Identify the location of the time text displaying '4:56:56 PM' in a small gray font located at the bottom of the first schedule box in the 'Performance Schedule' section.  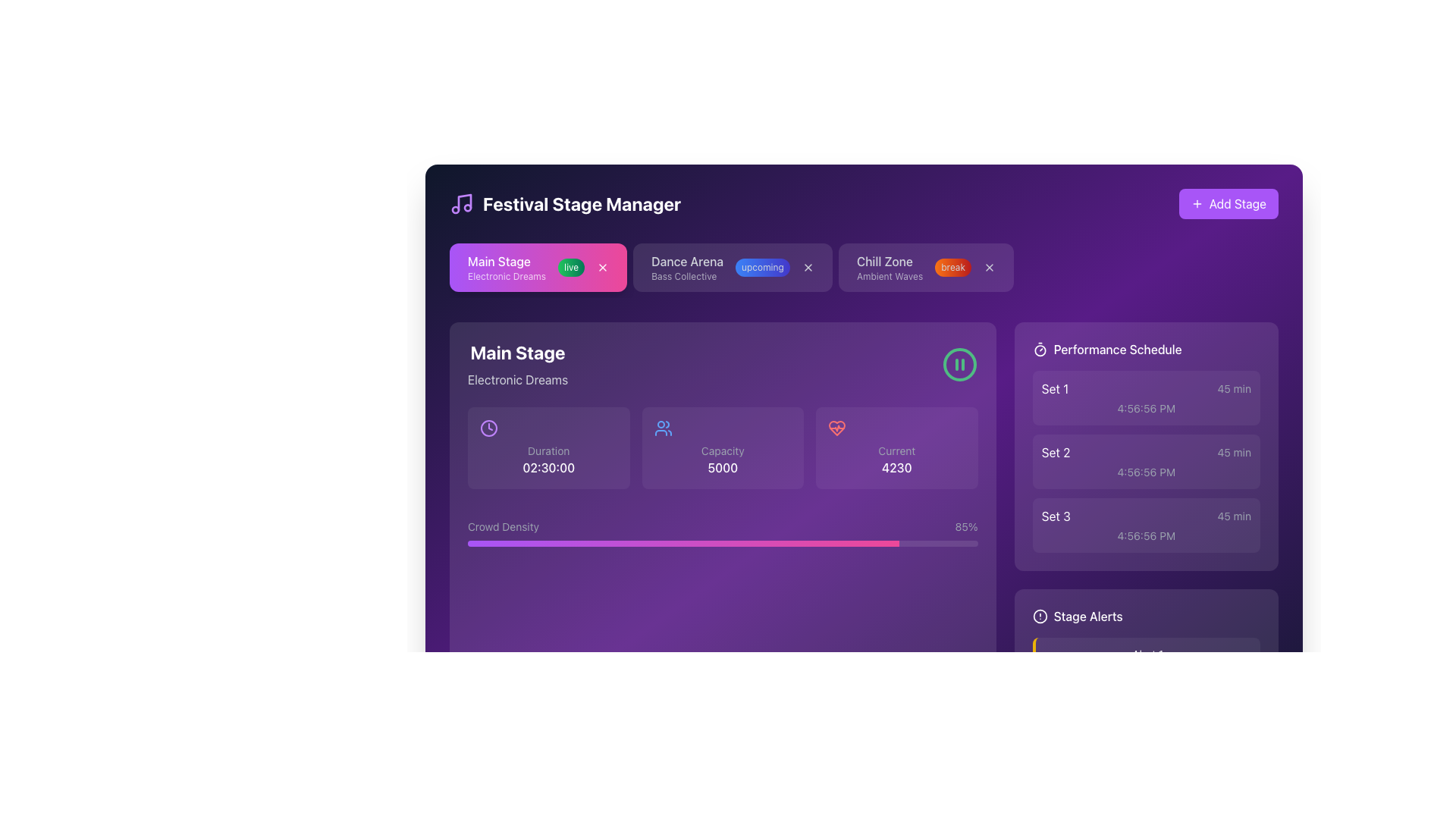
(1146, 408).